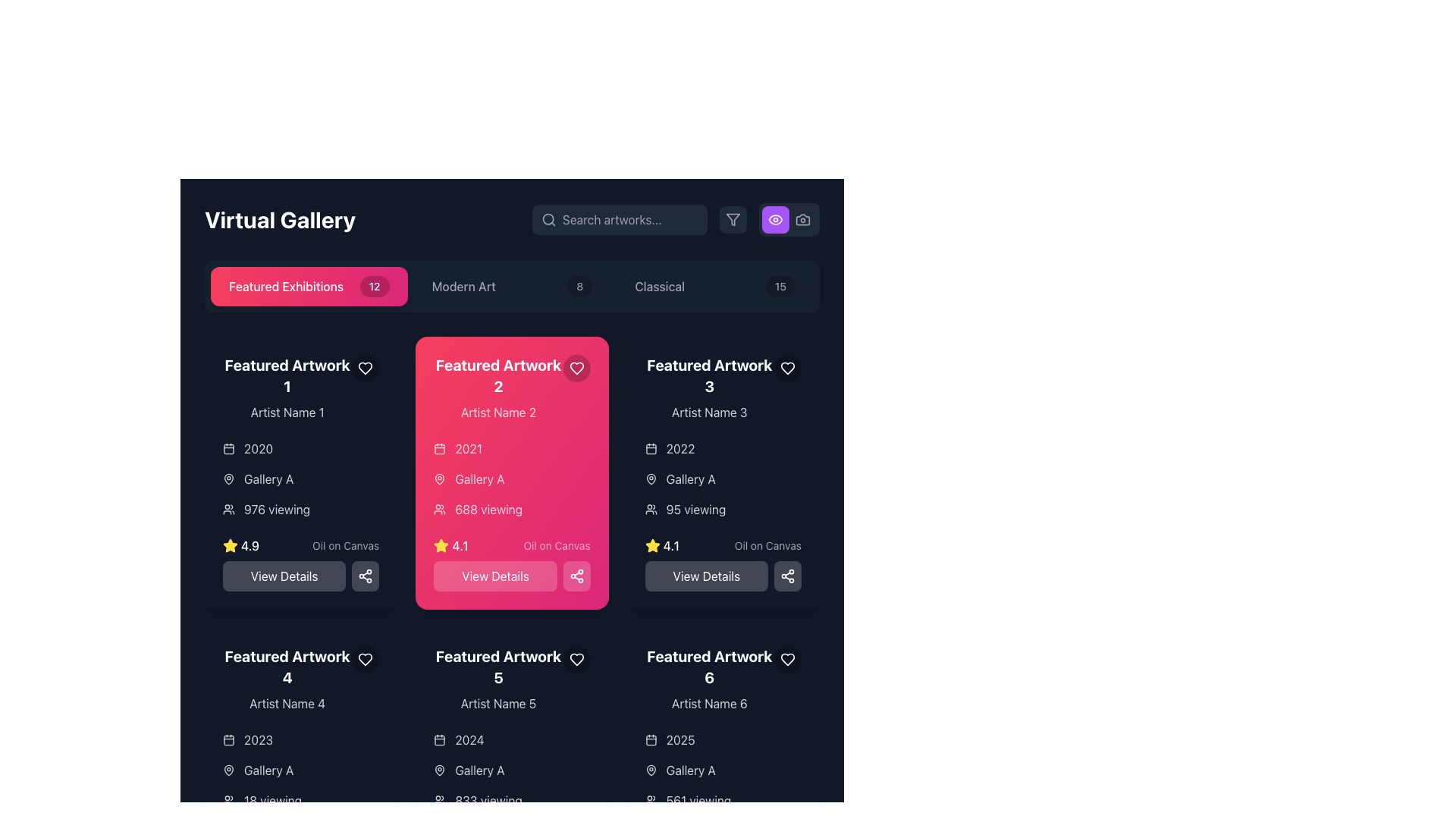  Describe the element at coordinates (268, 479) in the screenshot. I see `the Text label indicating the gallery or venue associated with the artwork in the leftmost card of the 'Featured Artworks' section` at that location.